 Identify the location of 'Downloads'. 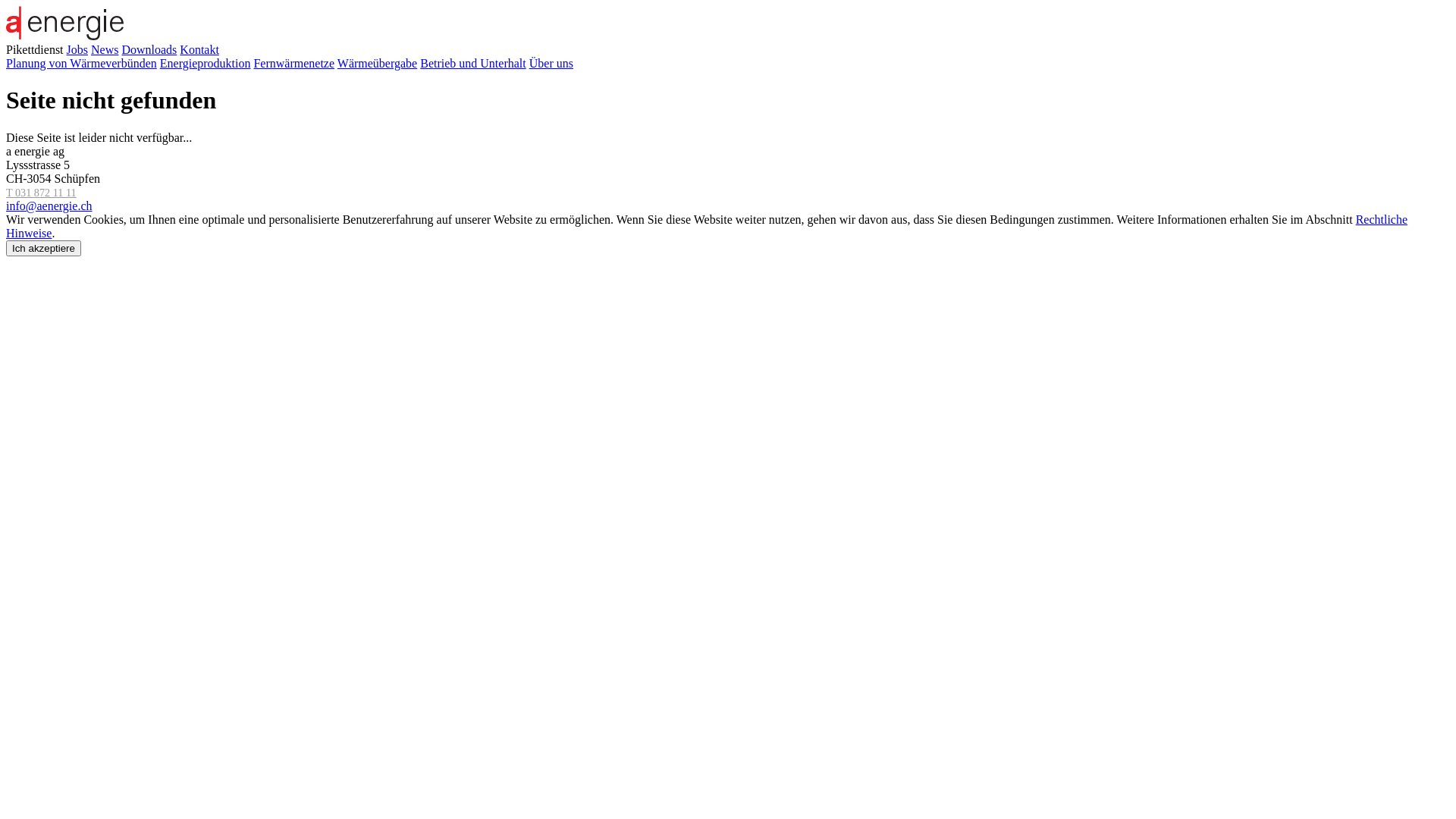
(149, 49).